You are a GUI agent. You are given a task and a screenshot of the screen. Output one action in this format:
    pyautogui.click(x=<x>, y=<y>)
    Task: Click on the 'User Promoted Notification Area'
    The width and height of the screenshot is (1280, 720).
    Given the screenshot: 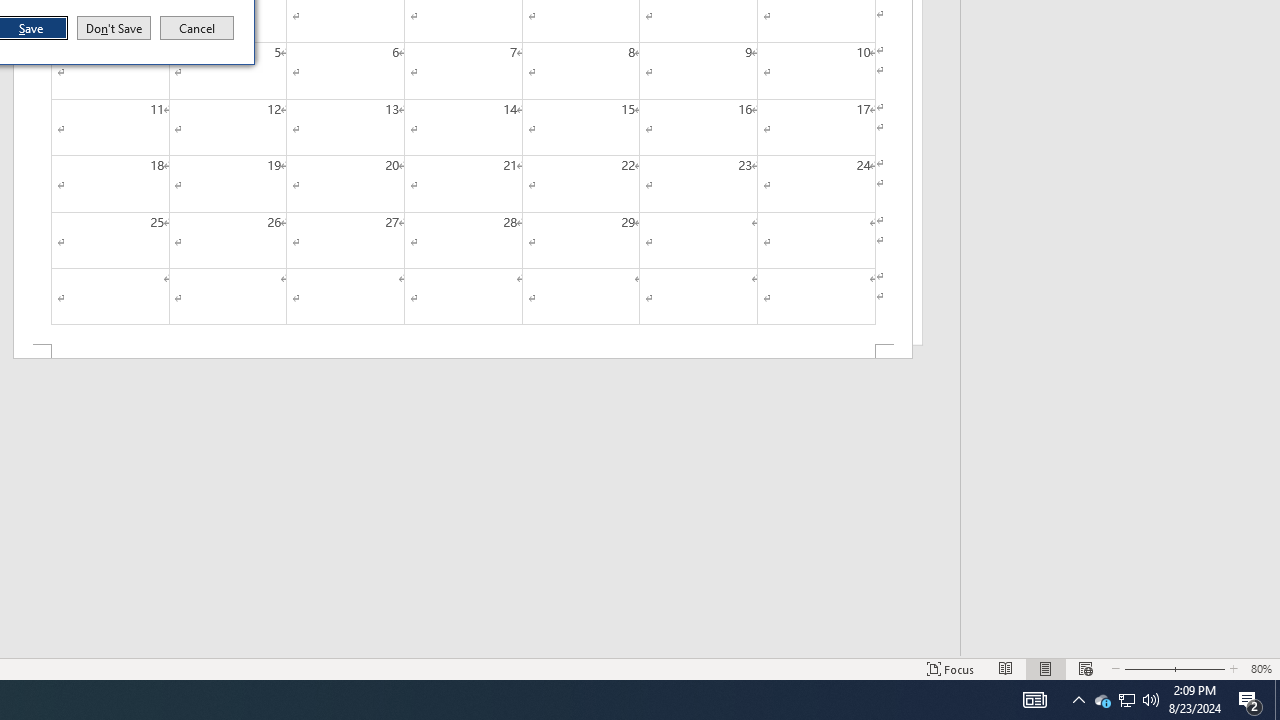 What is the action you would take?
    pyautogui.click(x=1127, y=698)
    